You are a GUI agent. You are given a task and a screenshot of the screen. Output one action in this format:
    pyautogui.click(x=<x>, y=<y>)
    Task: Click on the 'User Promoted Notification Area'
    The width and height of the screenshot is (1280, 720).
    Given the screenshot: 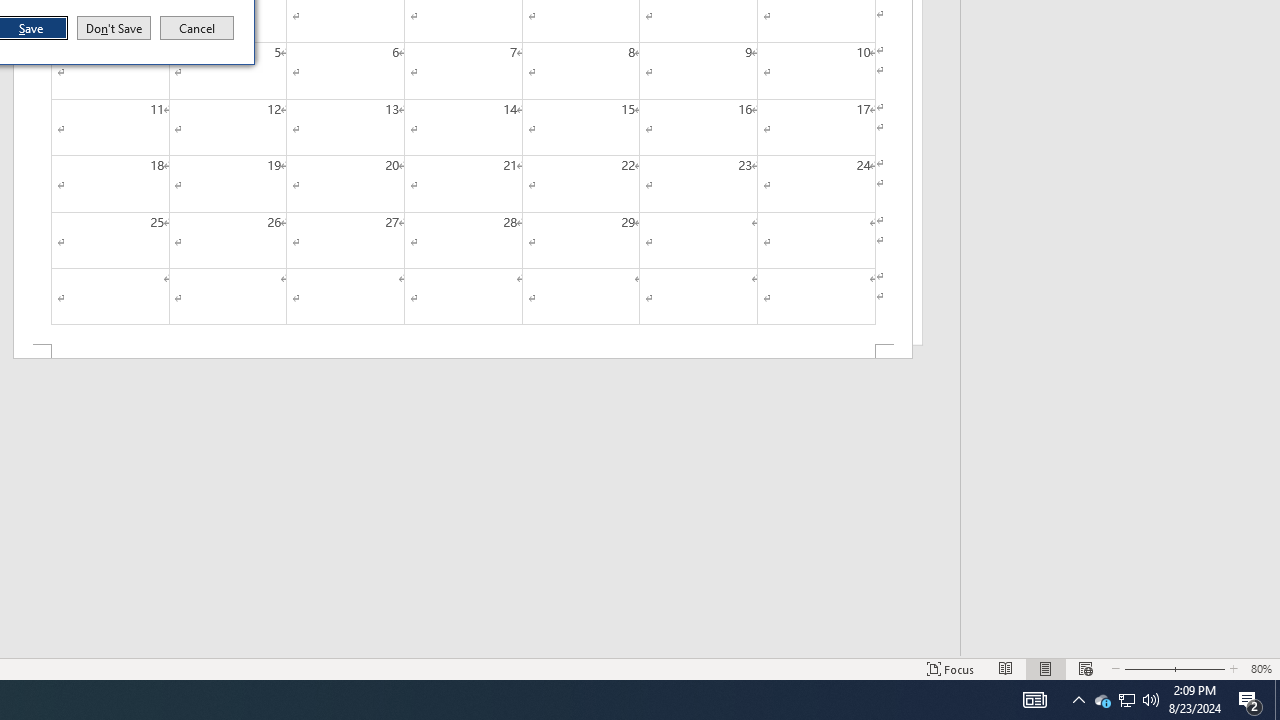 What is the action you would take?
    pyautogui.click(x=1127, y=698)
    